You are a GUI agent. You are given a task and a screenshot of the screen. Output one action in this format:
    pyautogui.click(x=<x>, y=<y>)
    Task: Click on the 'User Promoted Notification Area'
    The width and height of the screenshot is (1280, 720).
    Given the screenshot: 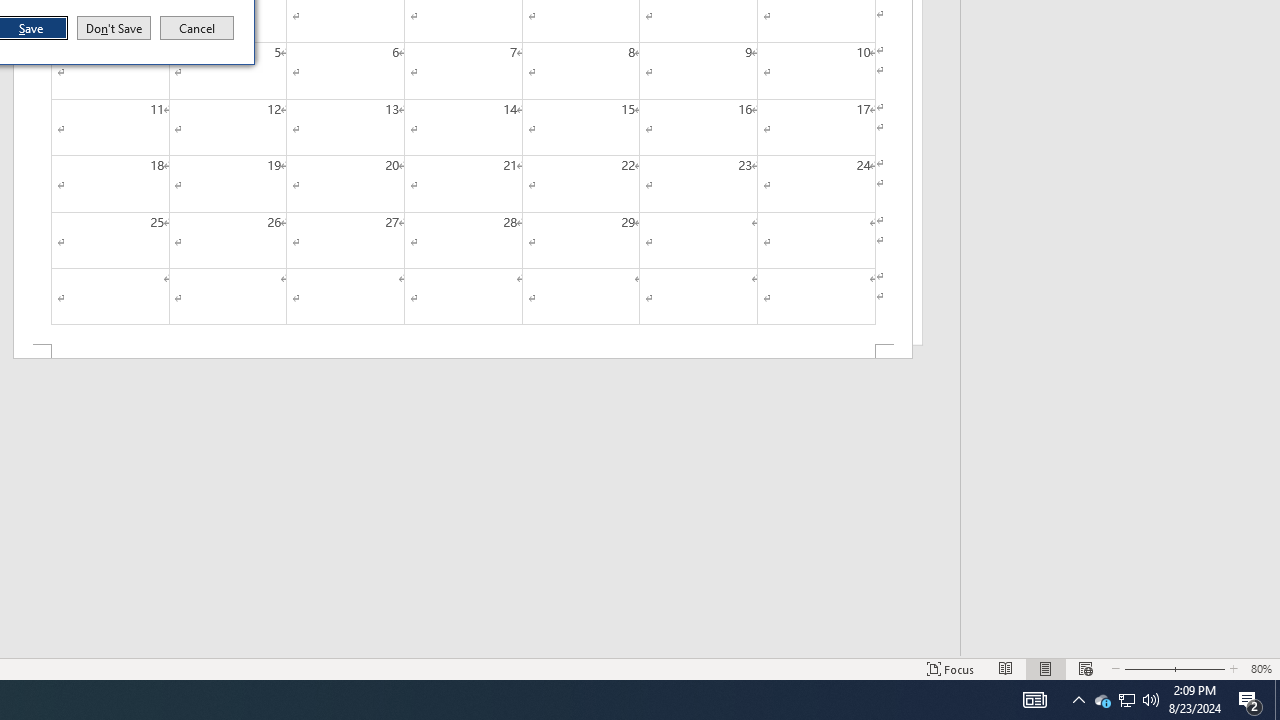 What is the action you would take?
    pyautogui.click(x=1127, y=698)
    